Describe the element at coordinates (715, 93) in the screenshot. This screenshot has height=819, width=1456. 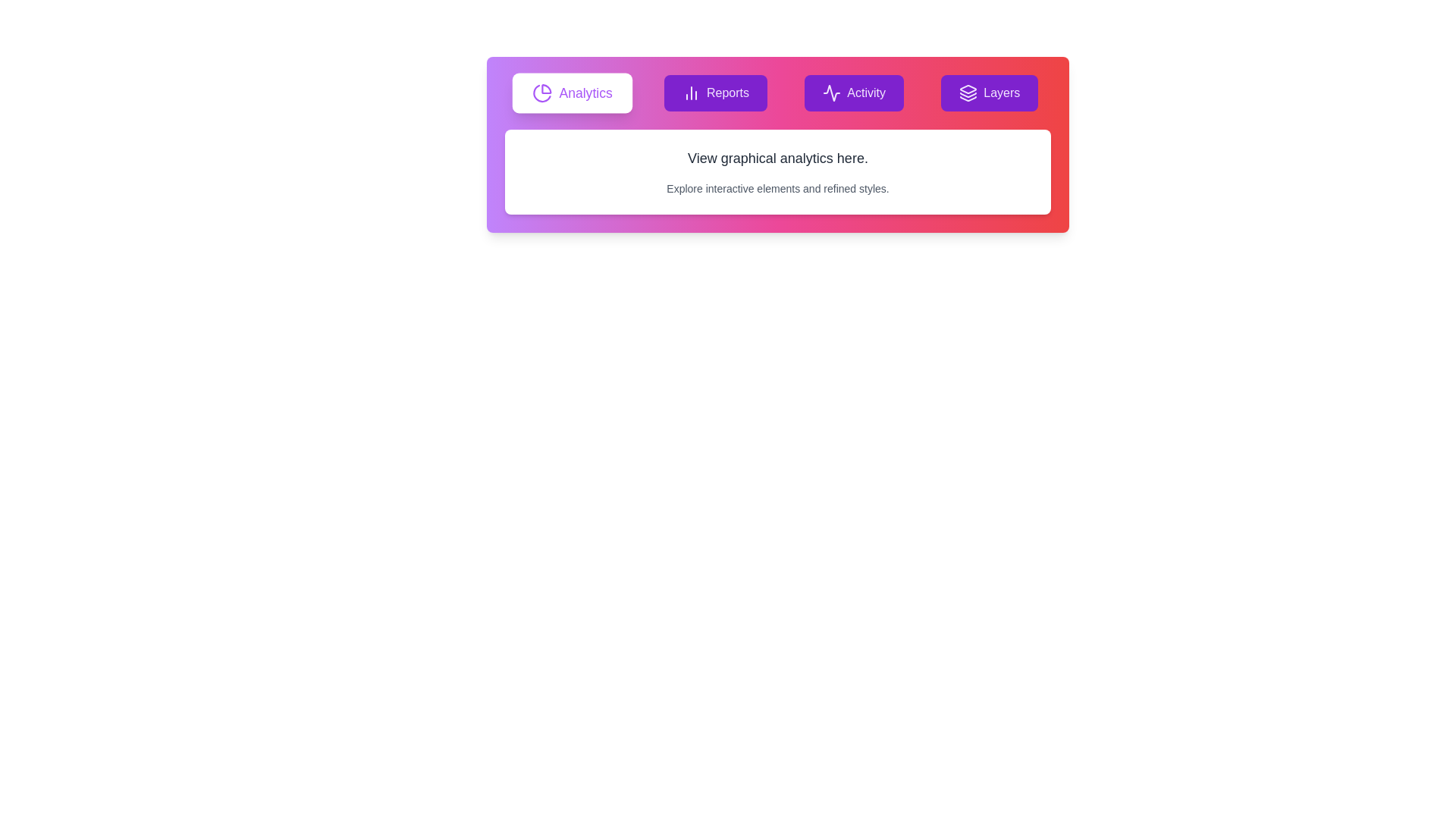
I see `the tab labeled Reports to view its content` at that location.